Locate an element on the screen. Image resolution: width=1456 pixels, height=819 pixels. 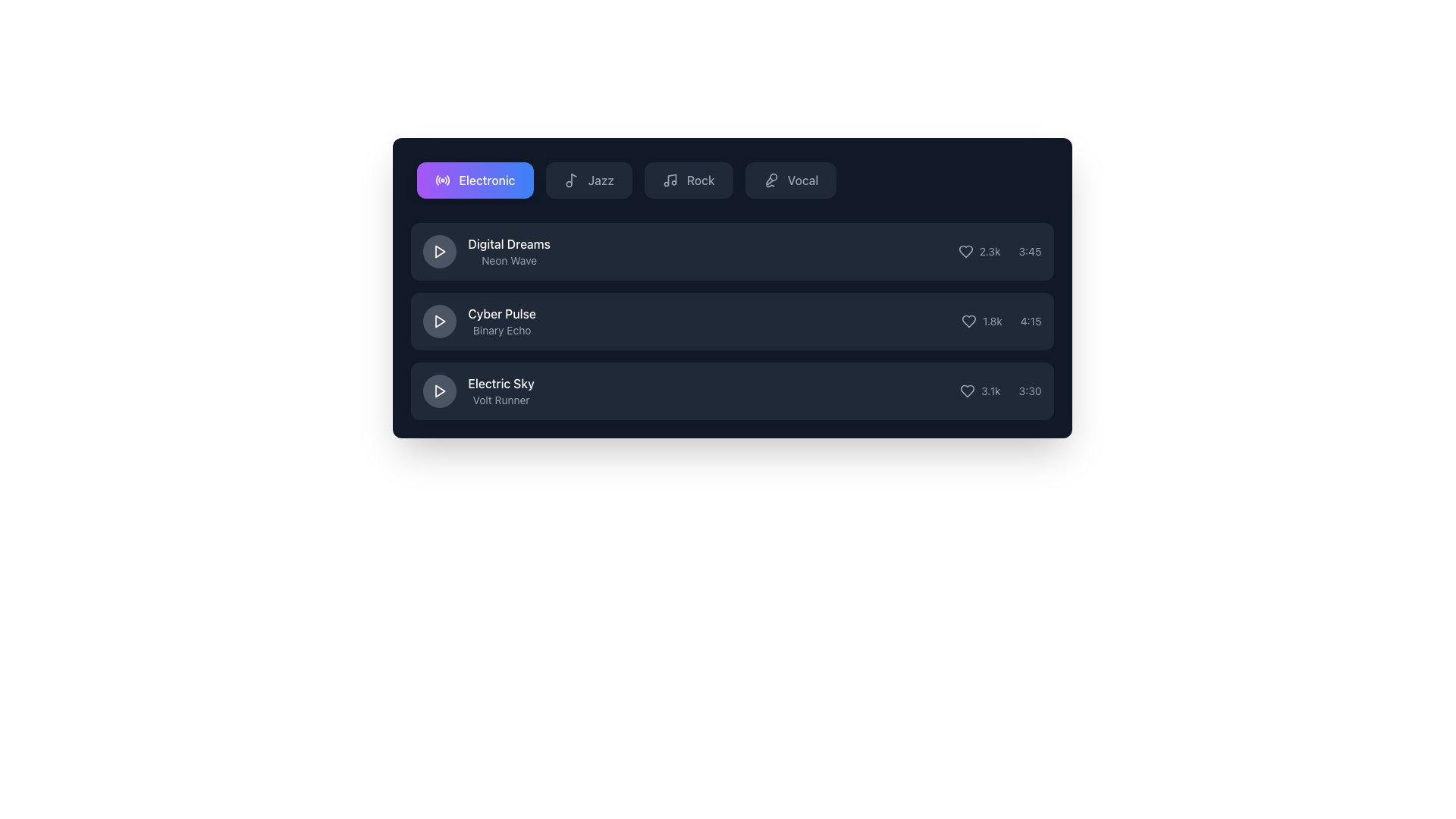
the text label displaying the song title 'Cyber Pulse' and artist 'Binary Echo', located in the second row of the playlist interface, adjacent to the play button icon is located at coordinates (502, 321).